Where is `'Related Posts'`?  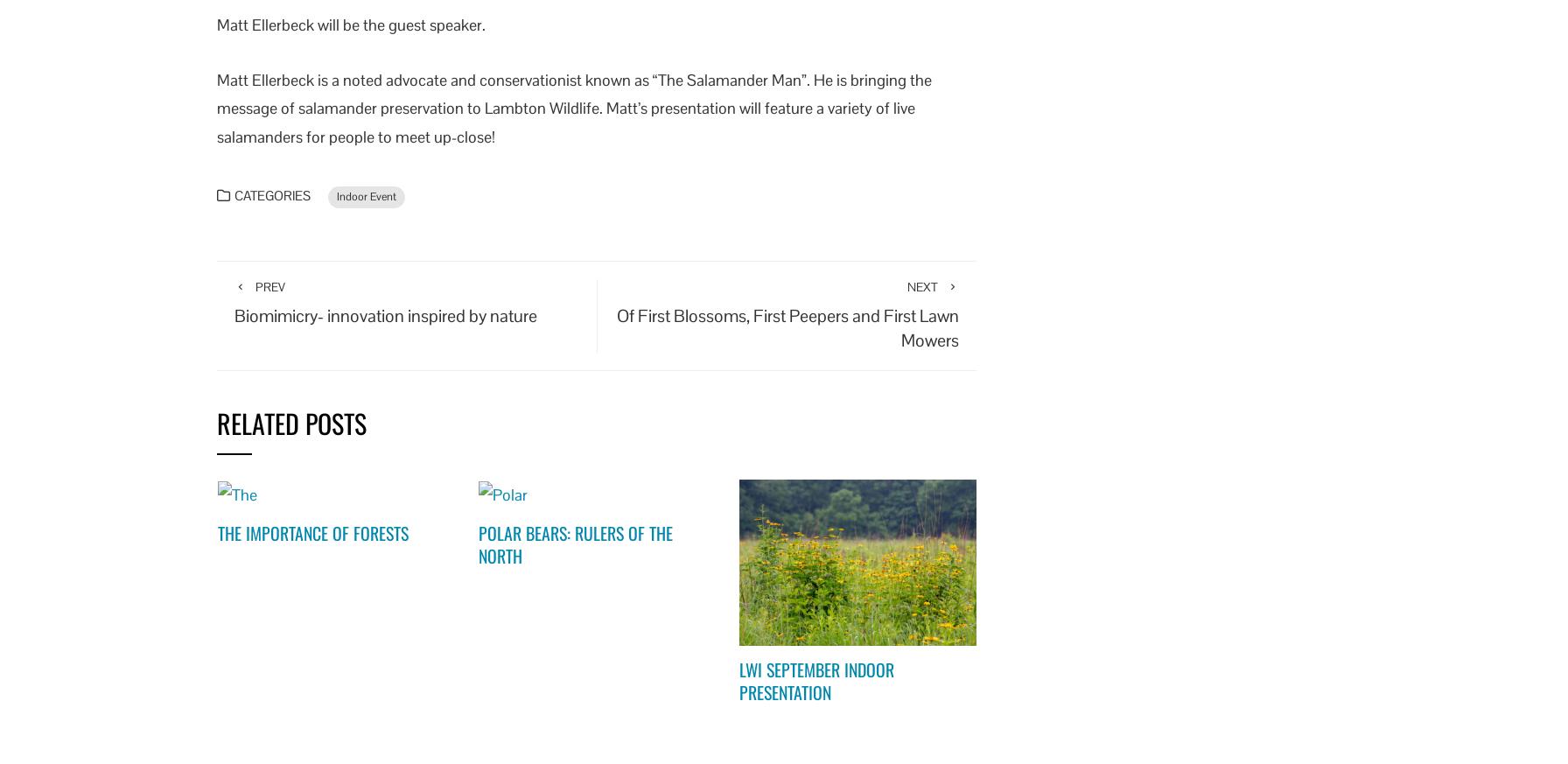 'Related Posts' is located at coordinates (291, 423).